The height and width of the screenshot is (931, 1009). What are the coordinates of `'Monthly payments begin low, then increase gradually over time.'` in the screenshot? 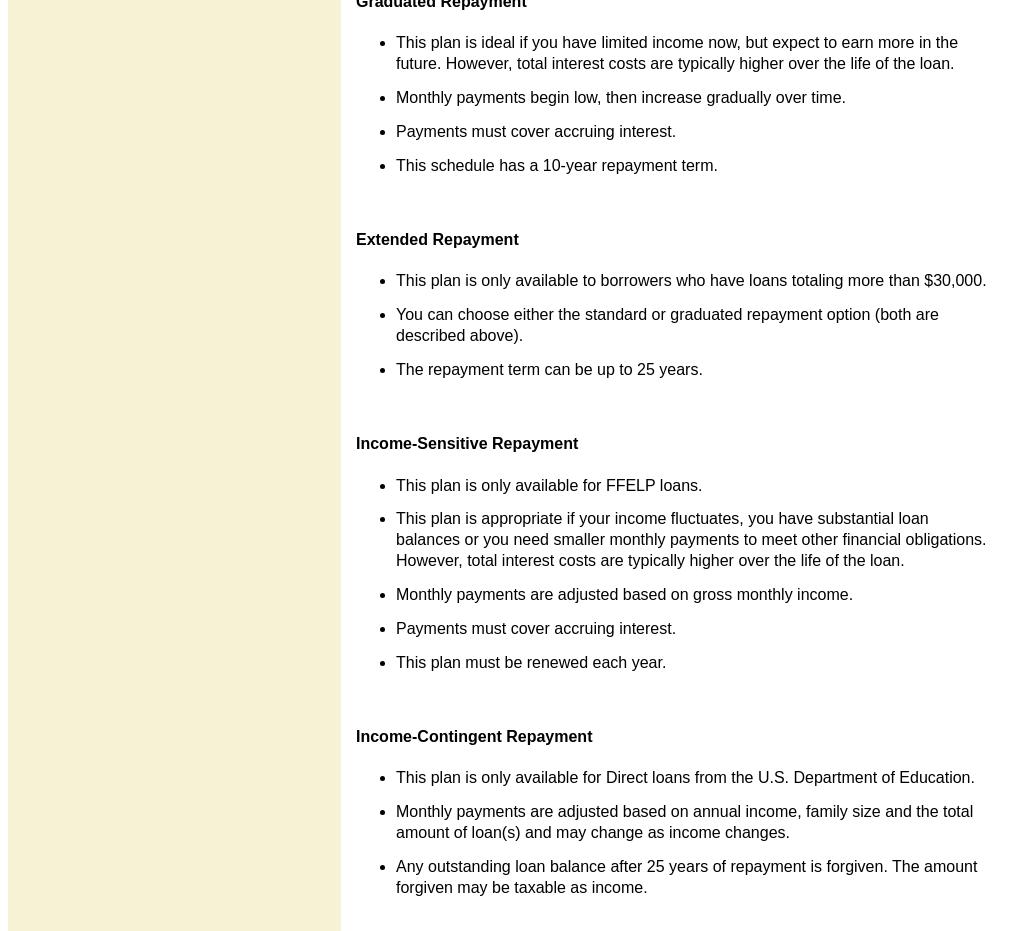 It's located at (621, 97).